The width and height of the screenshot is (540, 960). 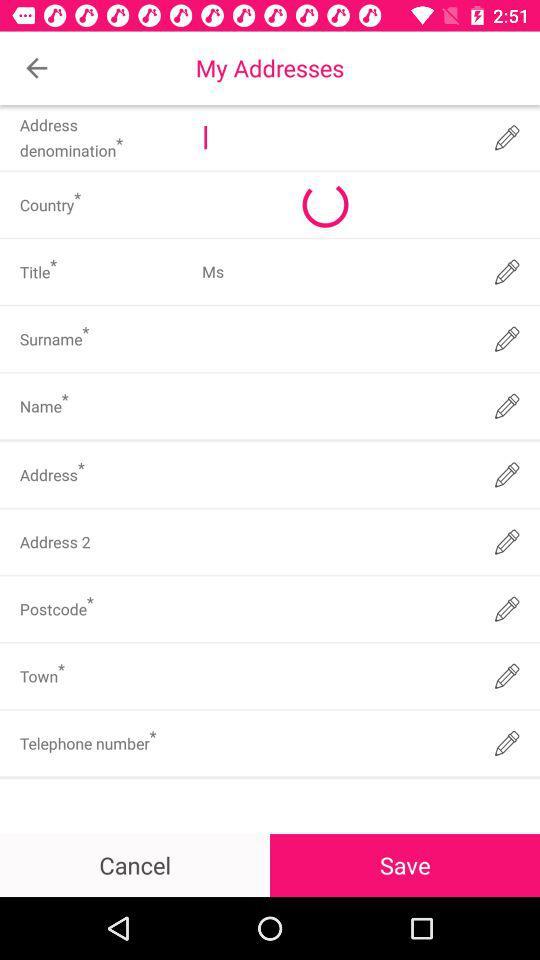 I want to click on address bar, so click(x=335, y=136).